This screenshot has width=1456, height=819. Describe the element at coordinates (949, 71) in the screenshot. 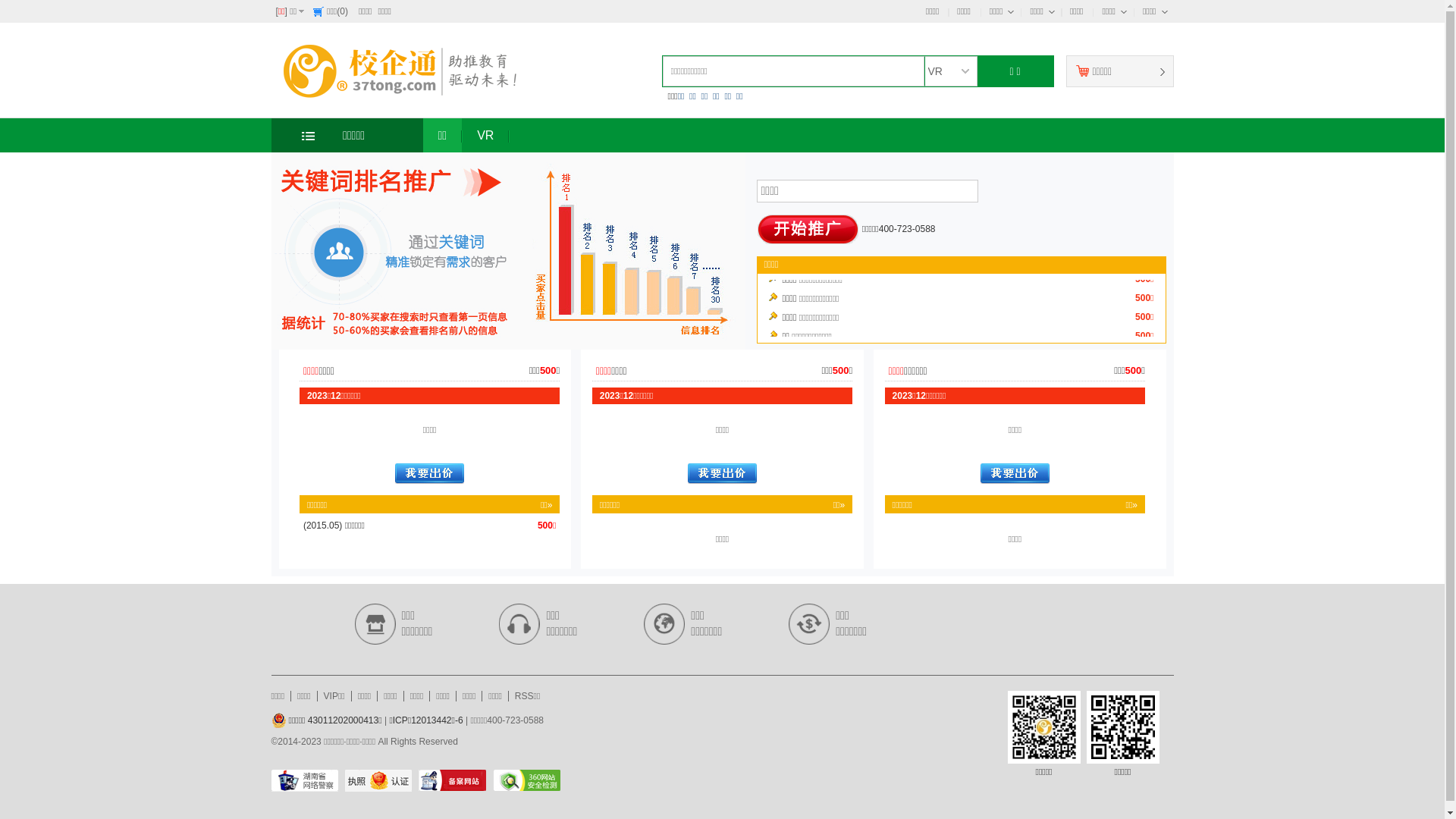

I see `'VR'` at that location.